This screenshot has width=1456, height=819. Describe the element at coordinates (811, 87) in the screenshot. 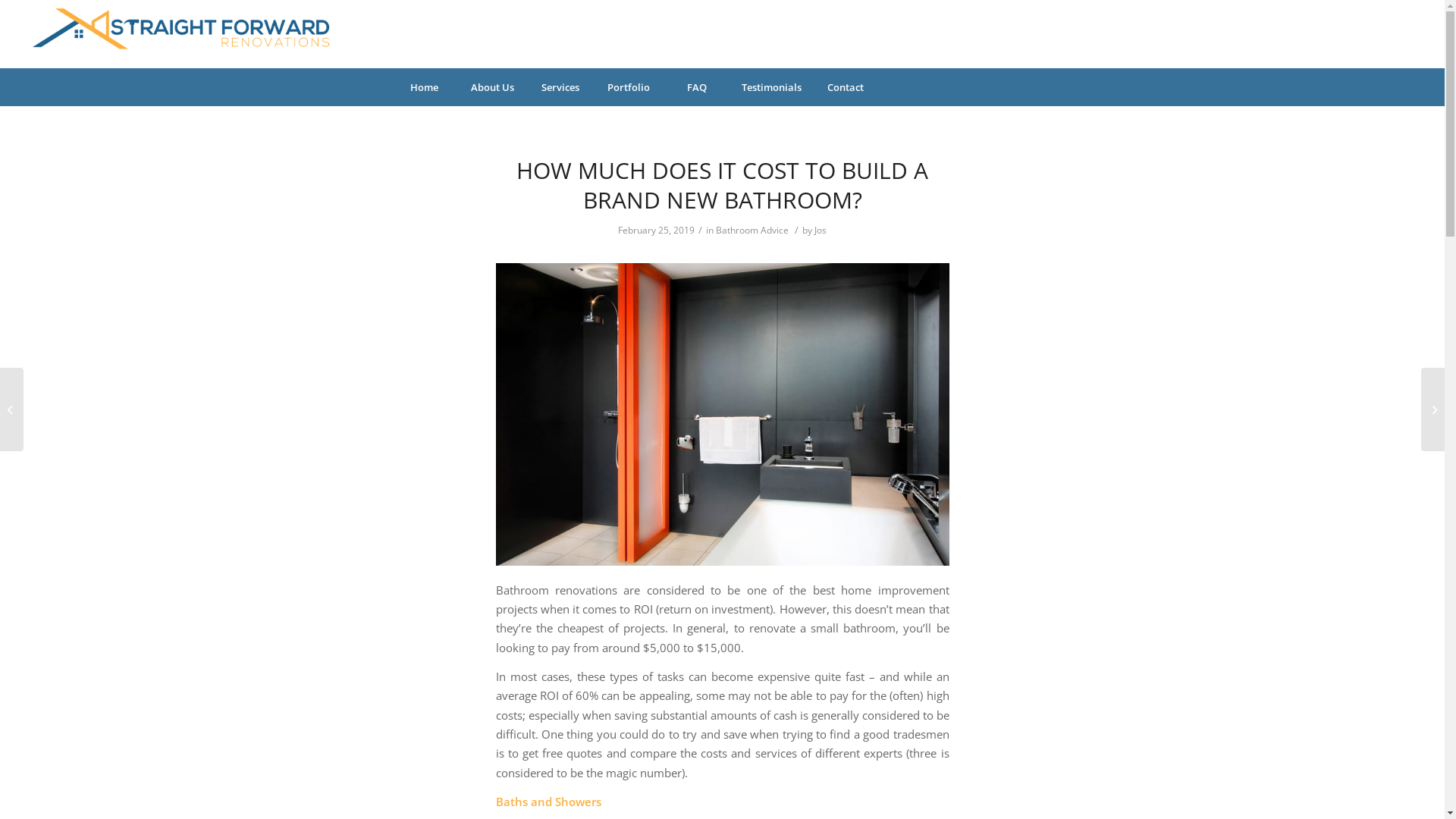

I see `'Contact'` at that location.